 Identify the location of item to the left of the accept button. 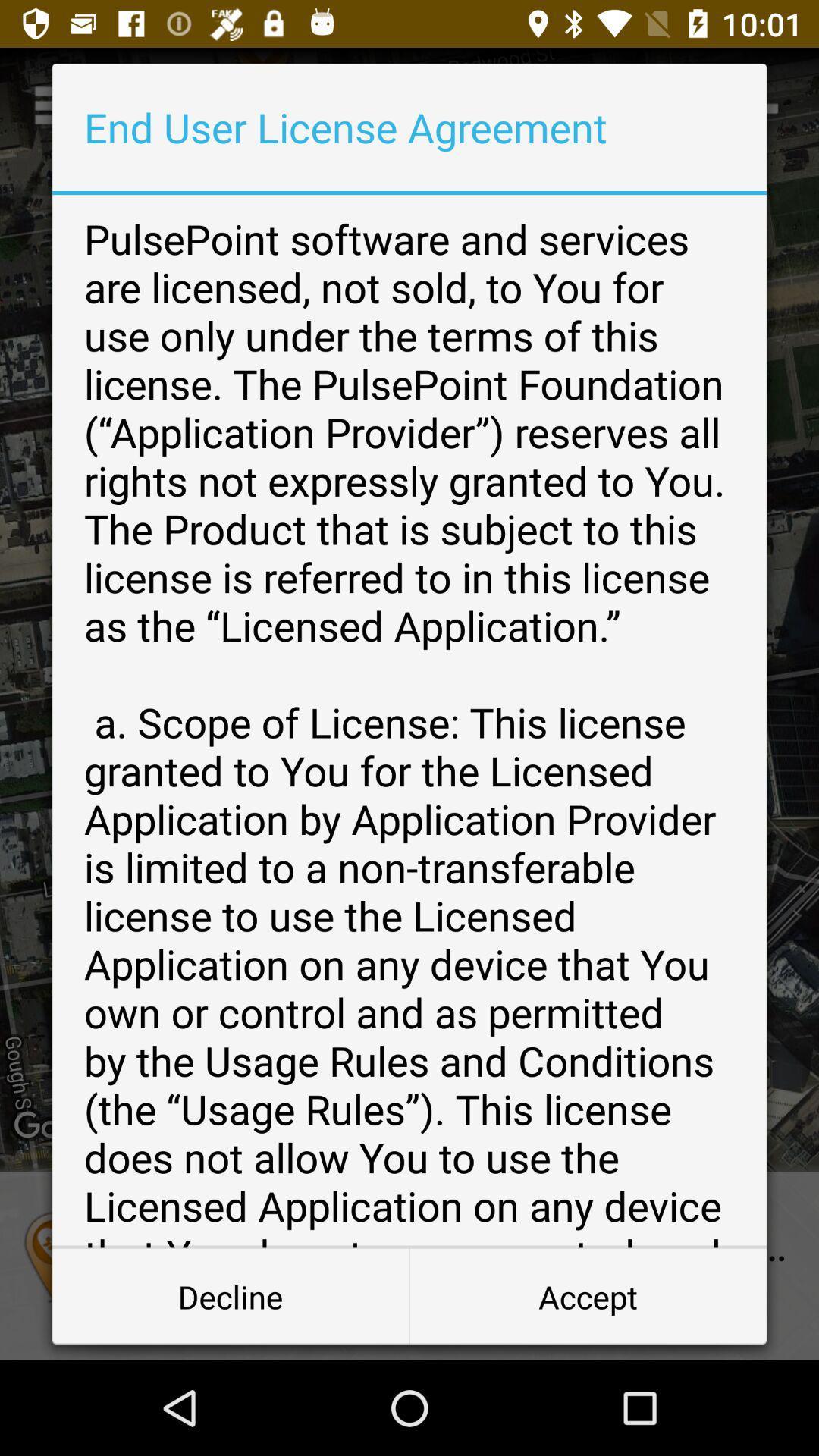
(231, 1295).